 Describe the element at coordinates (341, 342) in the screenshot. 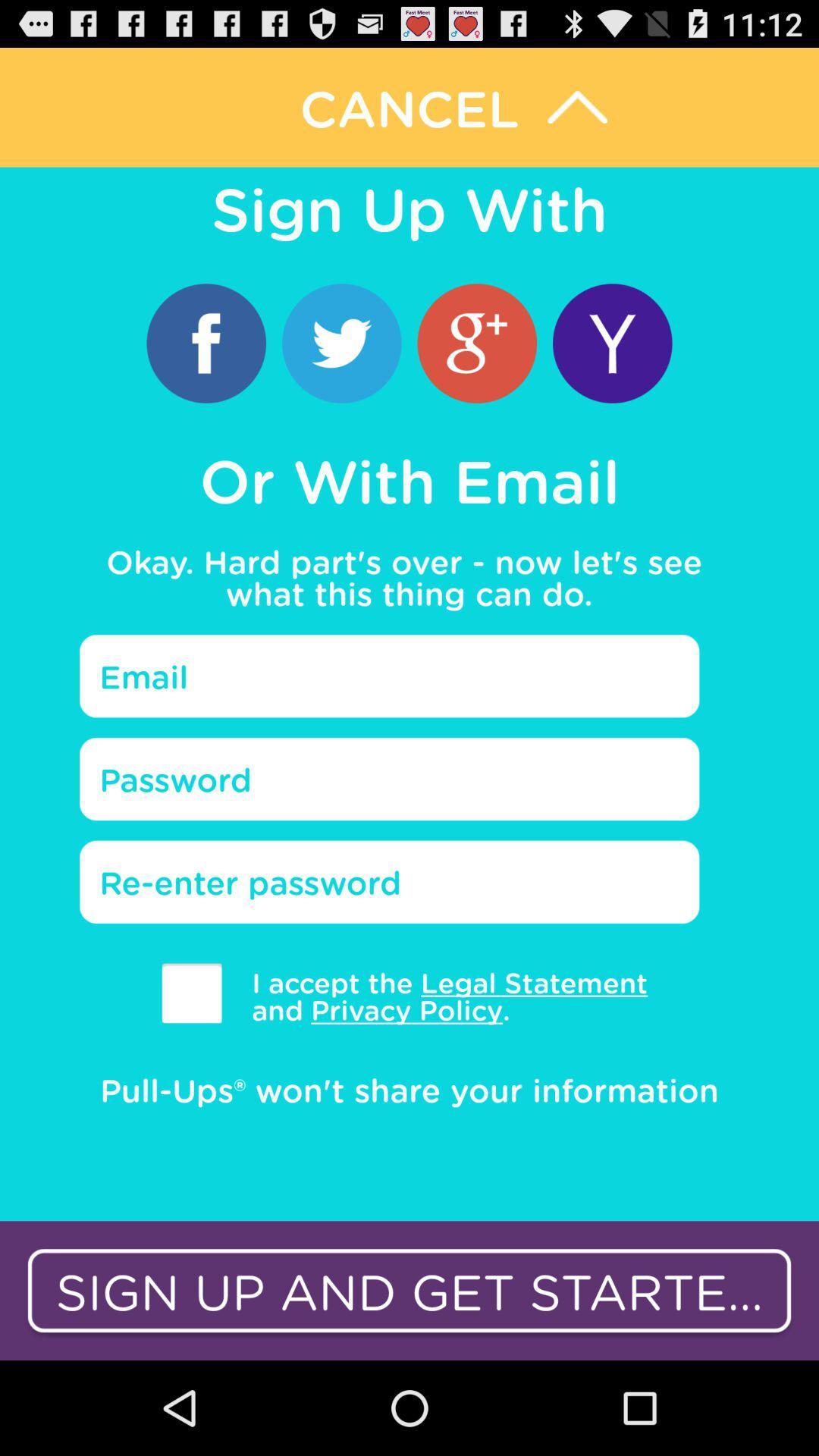

I see `twitter` at that location.